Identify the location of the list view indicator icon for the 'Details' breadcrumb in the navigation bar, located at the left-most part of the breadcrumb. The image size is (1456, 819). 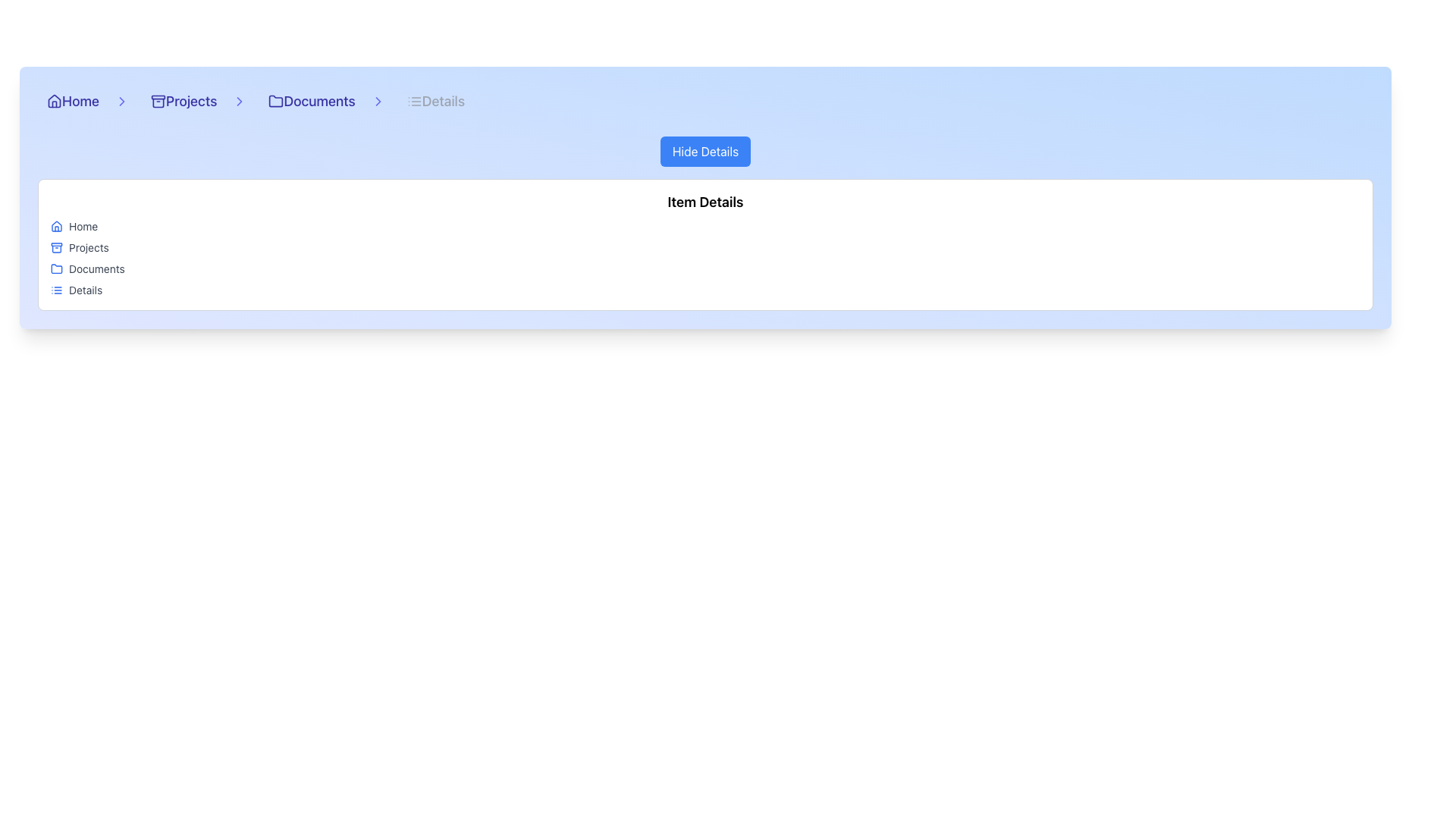
(57, 290).